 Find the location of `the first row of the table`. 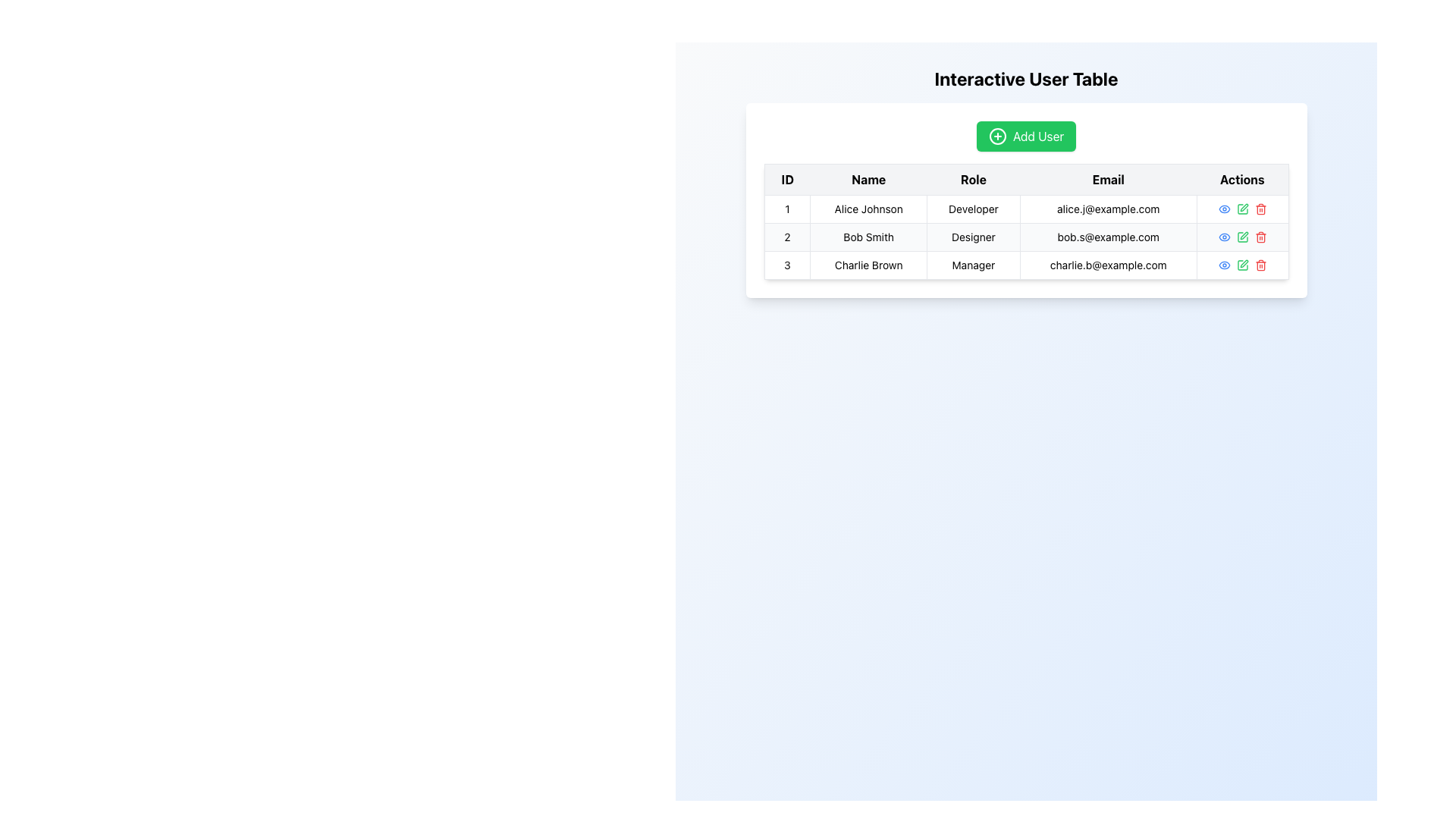

the first row of the table is located at coordinates (1026, 209).